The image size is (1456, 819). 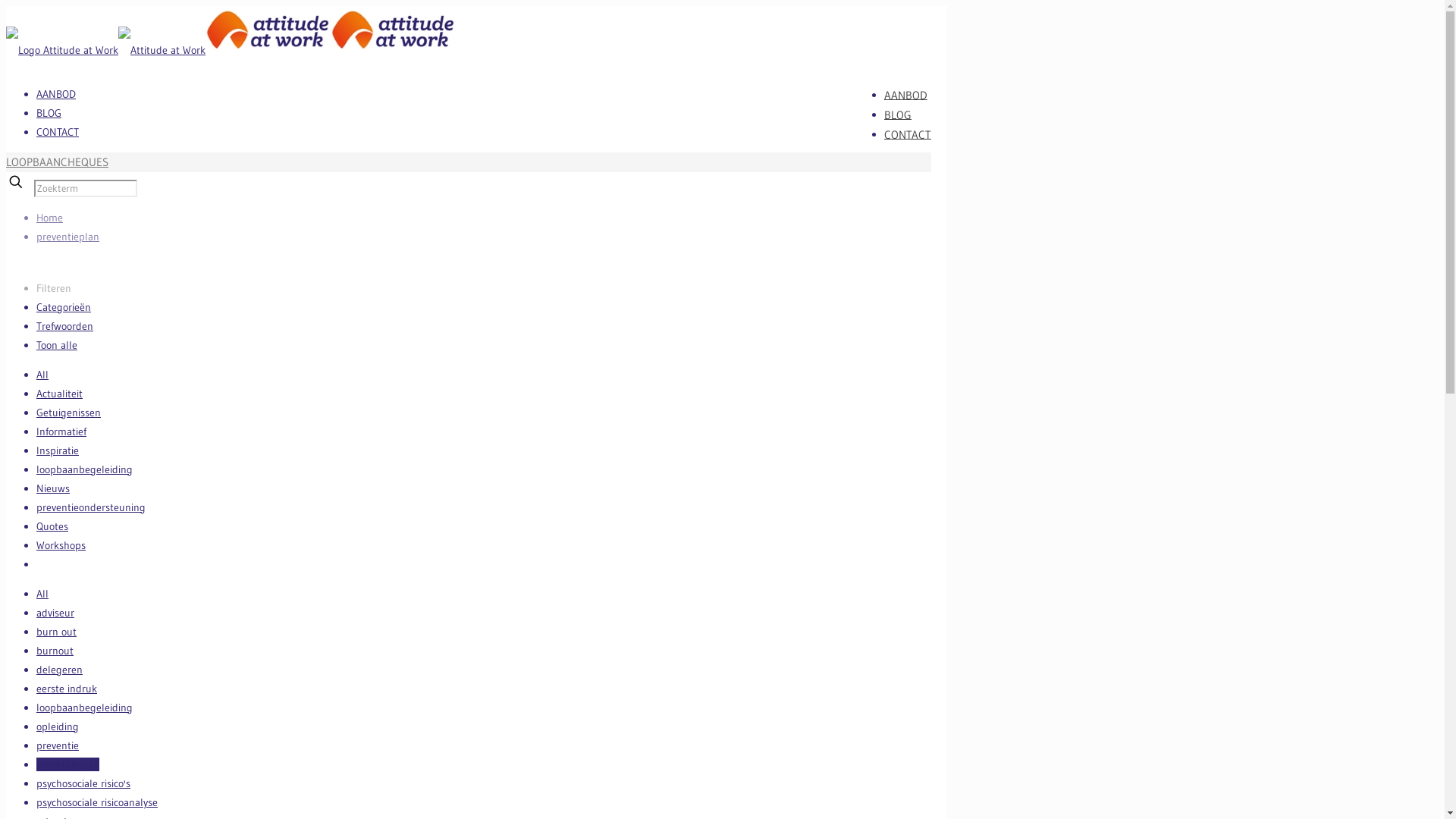 What do you see at coordinates (64, 325) in the screenshot?
I see `'Trefwoorden'` at bounding box center [64, 325].